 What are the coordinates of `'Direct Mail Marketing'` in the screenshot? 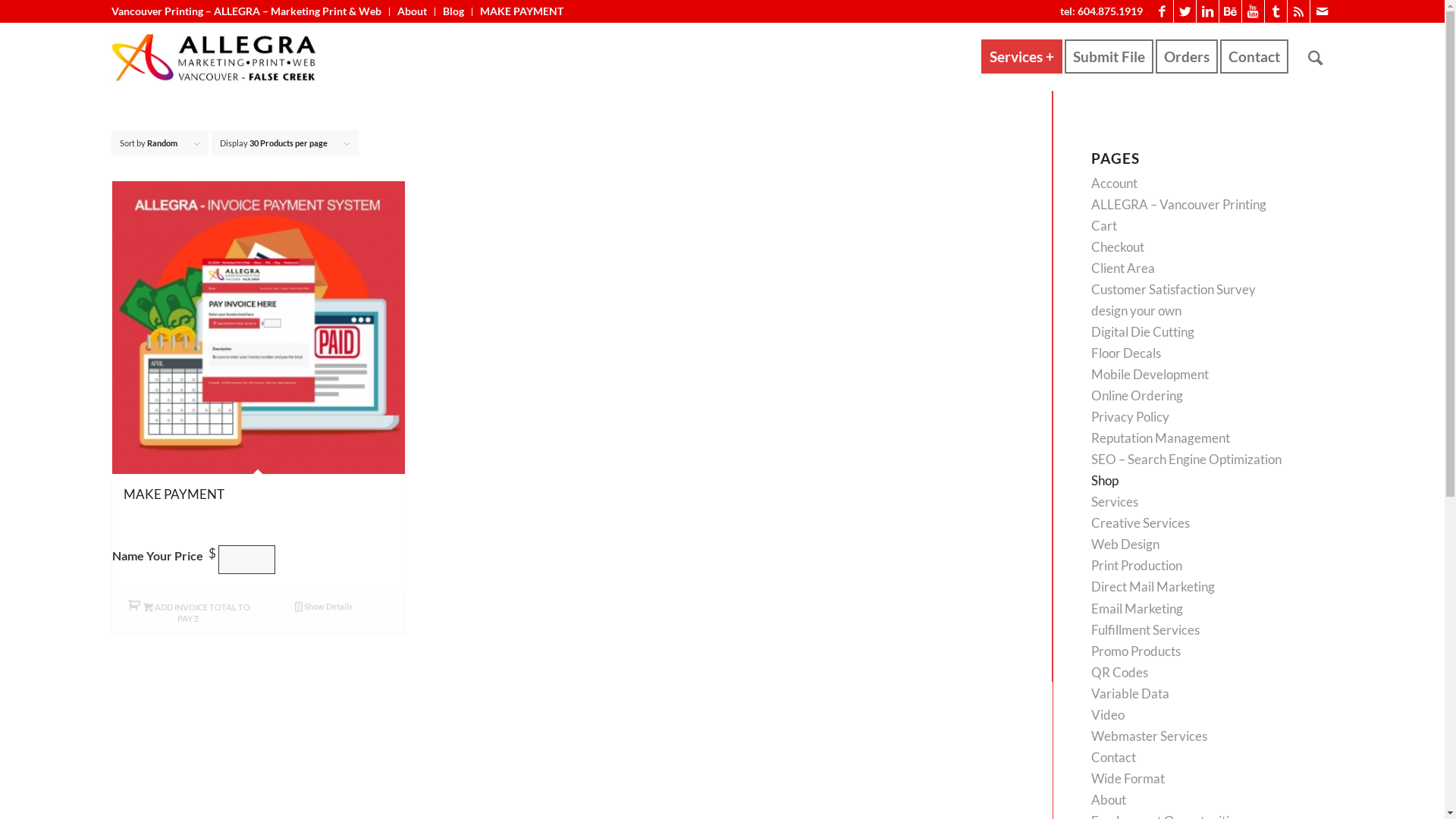 It's located at (1090, 585).